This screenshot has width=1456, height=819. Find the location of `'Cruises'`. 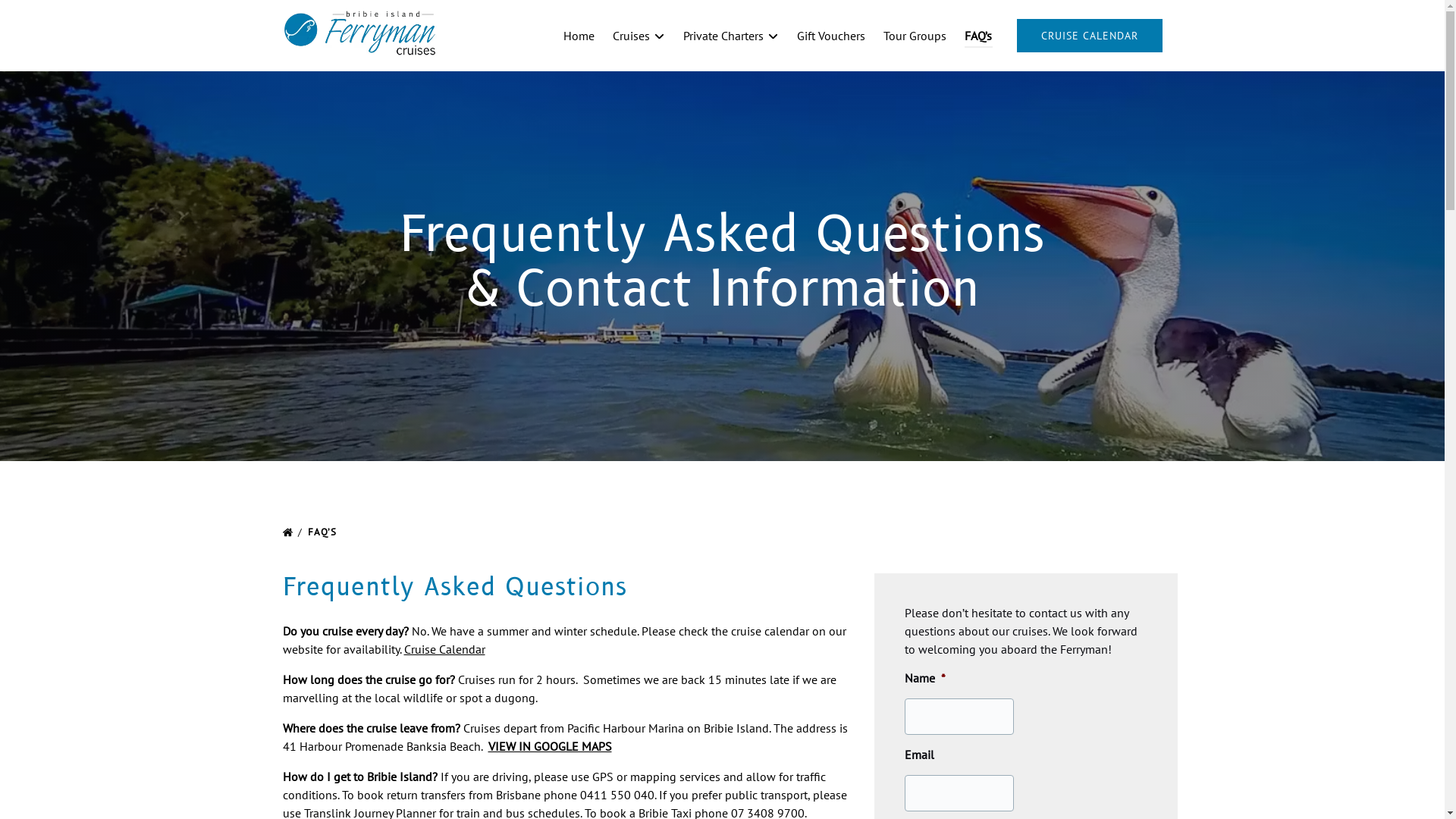

'Cruises' is located at coordinates (639, 34).